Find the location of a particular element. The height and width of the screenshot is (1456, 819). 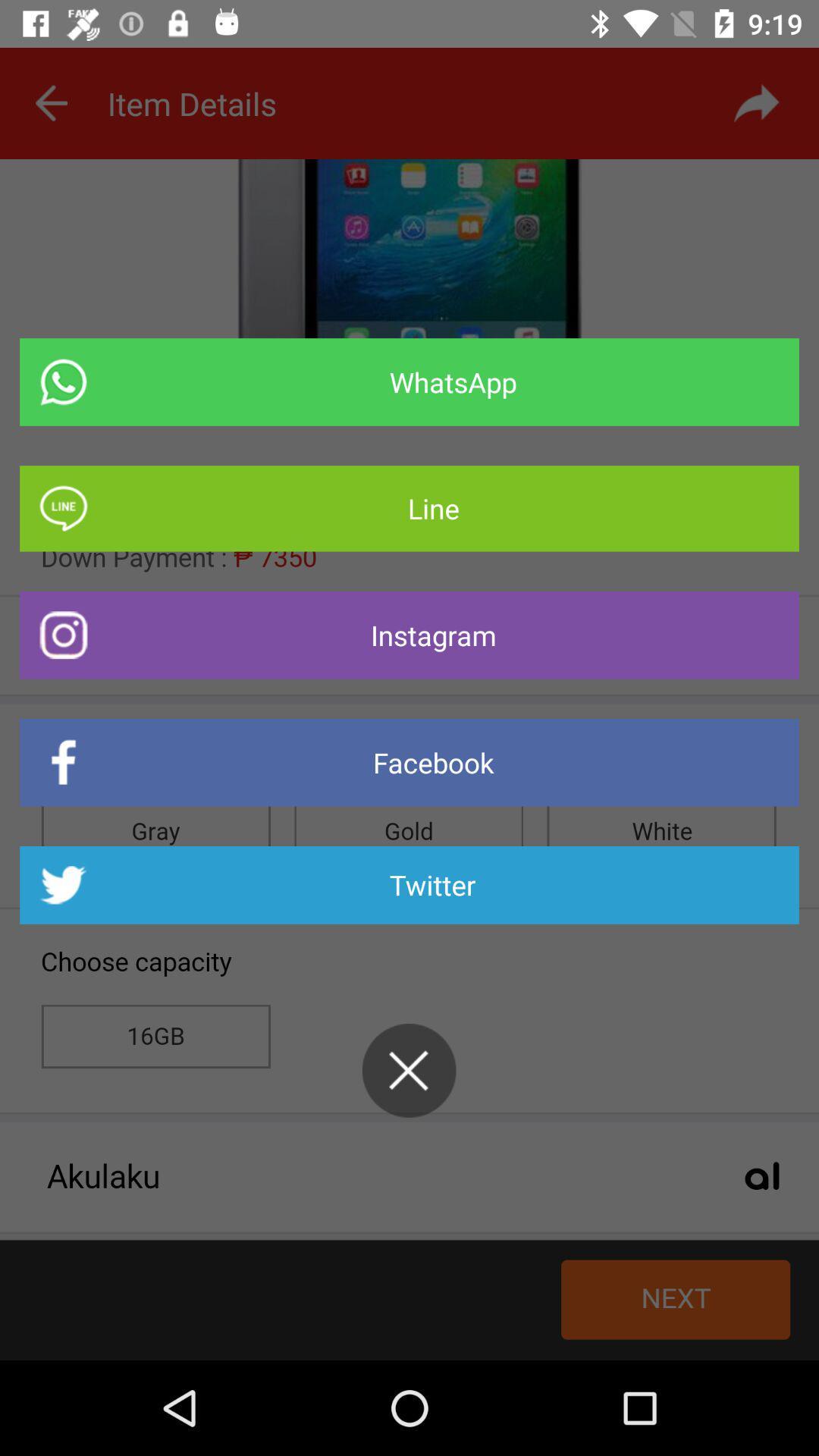

exit share to screen is located at coordinates (408, 1069).